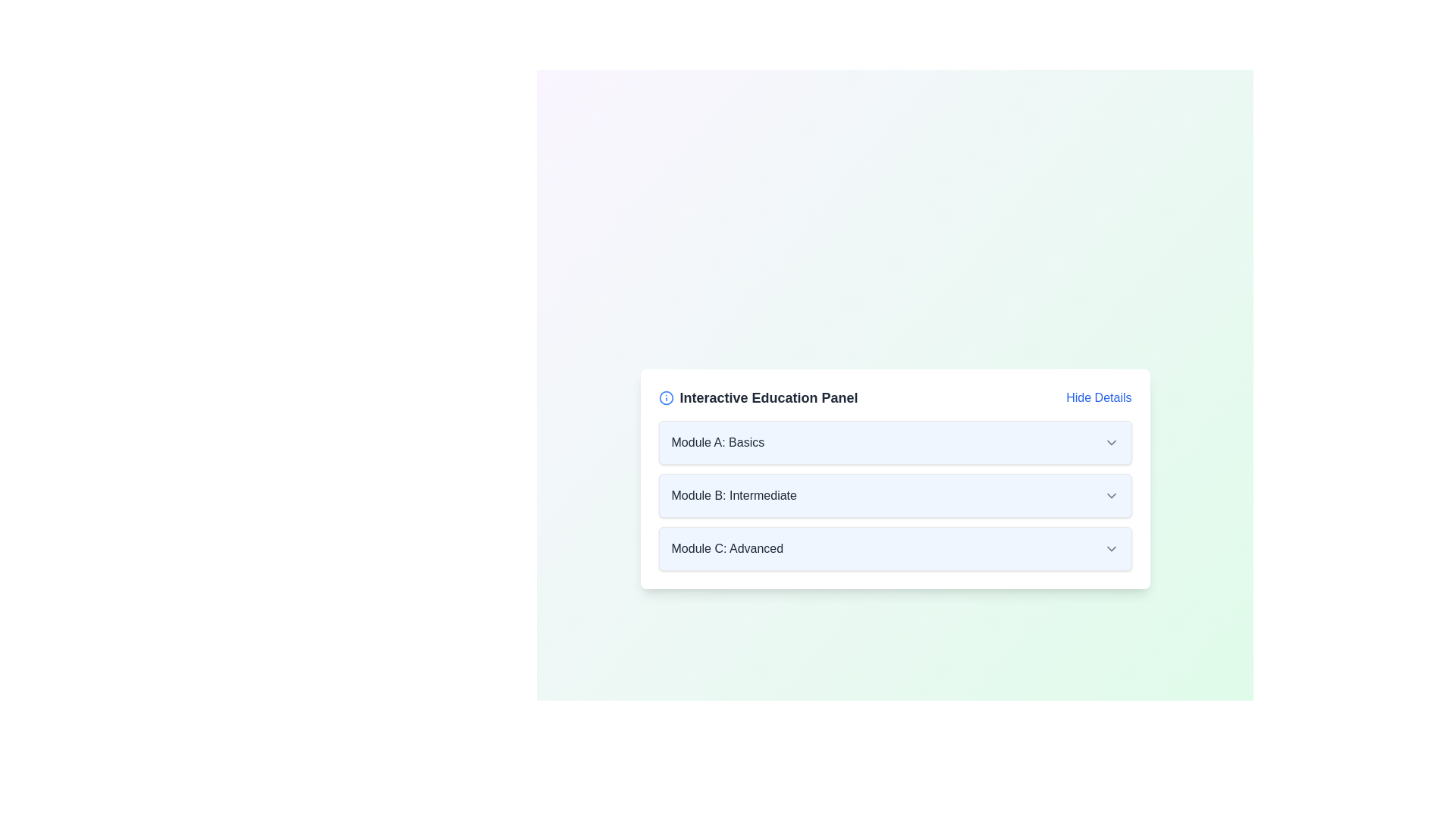  Describe the element at coordinates (895, 479) in the screenshot. I see `the 'Module B: Intermediate' in the Interactive Education Panel` at that location.